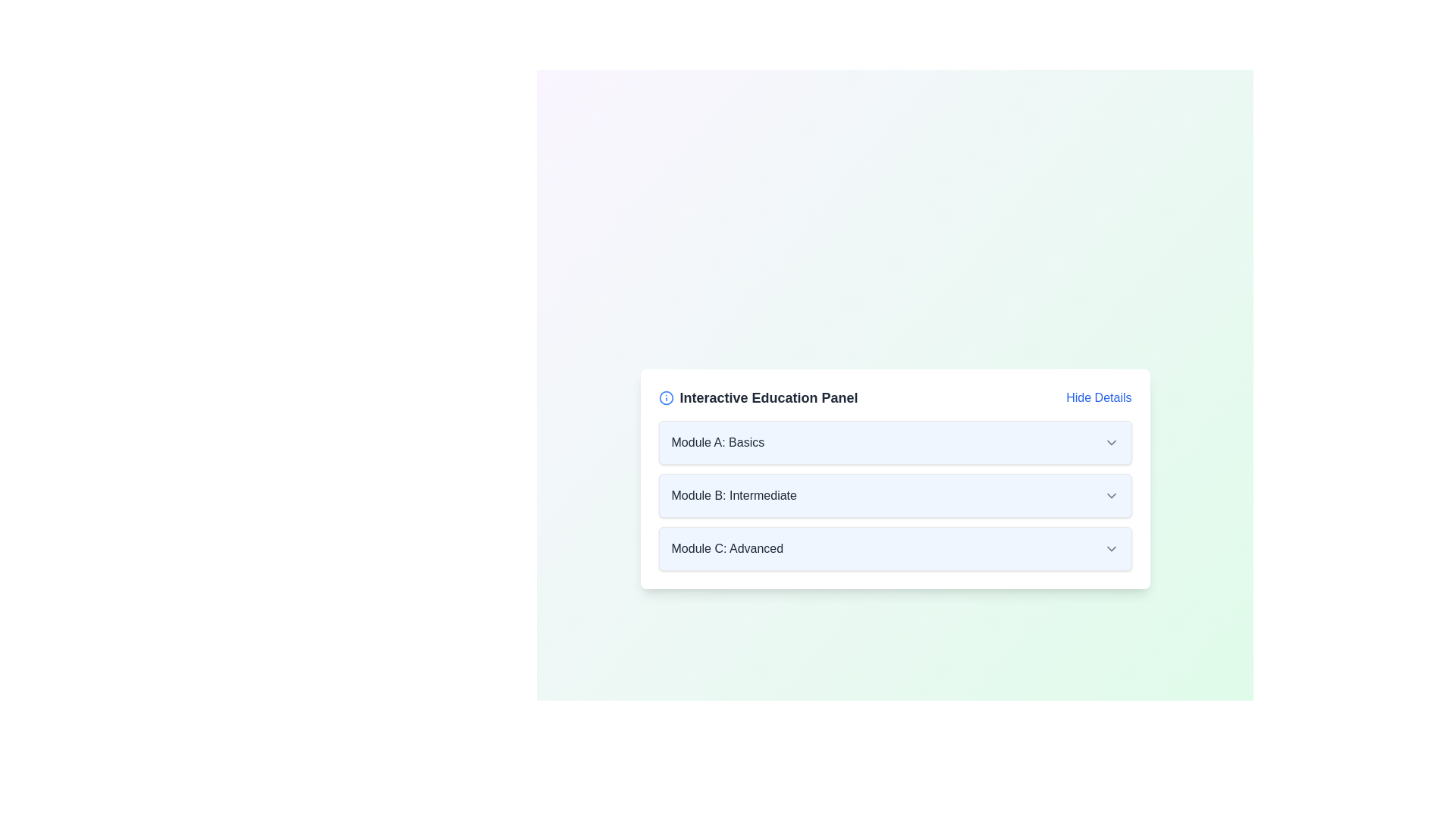  Describe the element at coordinates (895, 479) in the screenshot. I see `the 'Module B: Intermediate' in the Interactive Education Panel` at that location.